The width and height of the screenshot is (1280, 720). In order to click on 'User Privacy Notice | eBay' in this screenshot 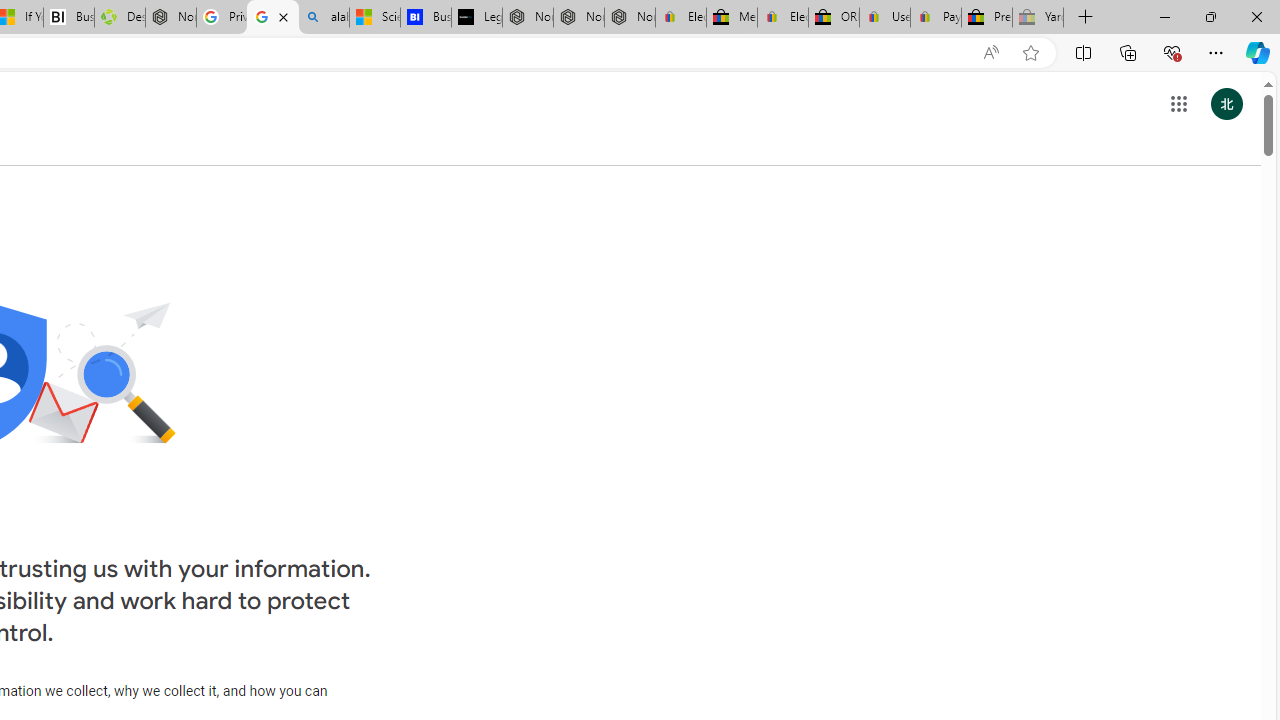, I will do `click(884, 17)`.